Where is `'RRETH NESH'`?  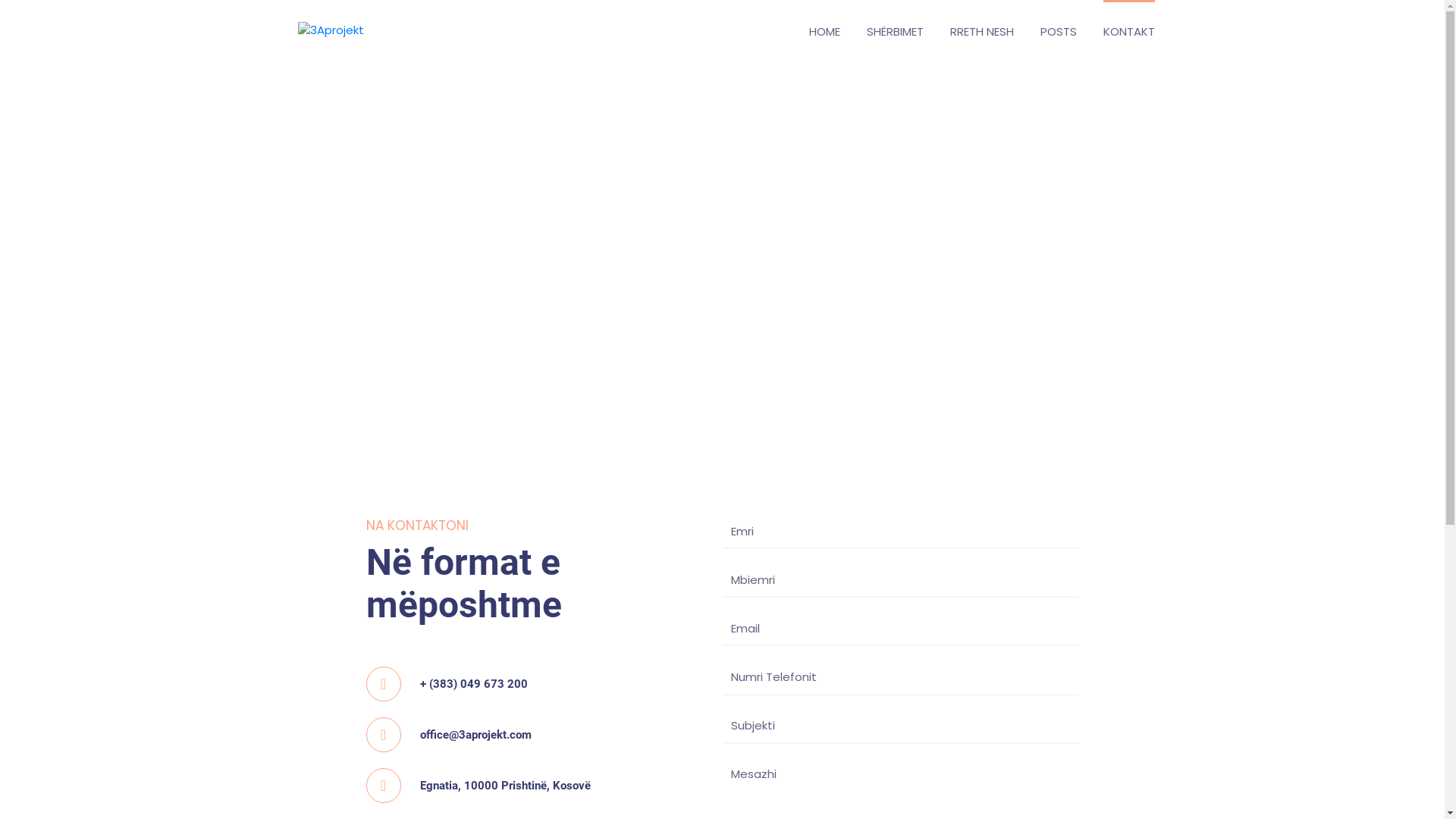
'RRETH NESH' is located at coordinates (981, 30).